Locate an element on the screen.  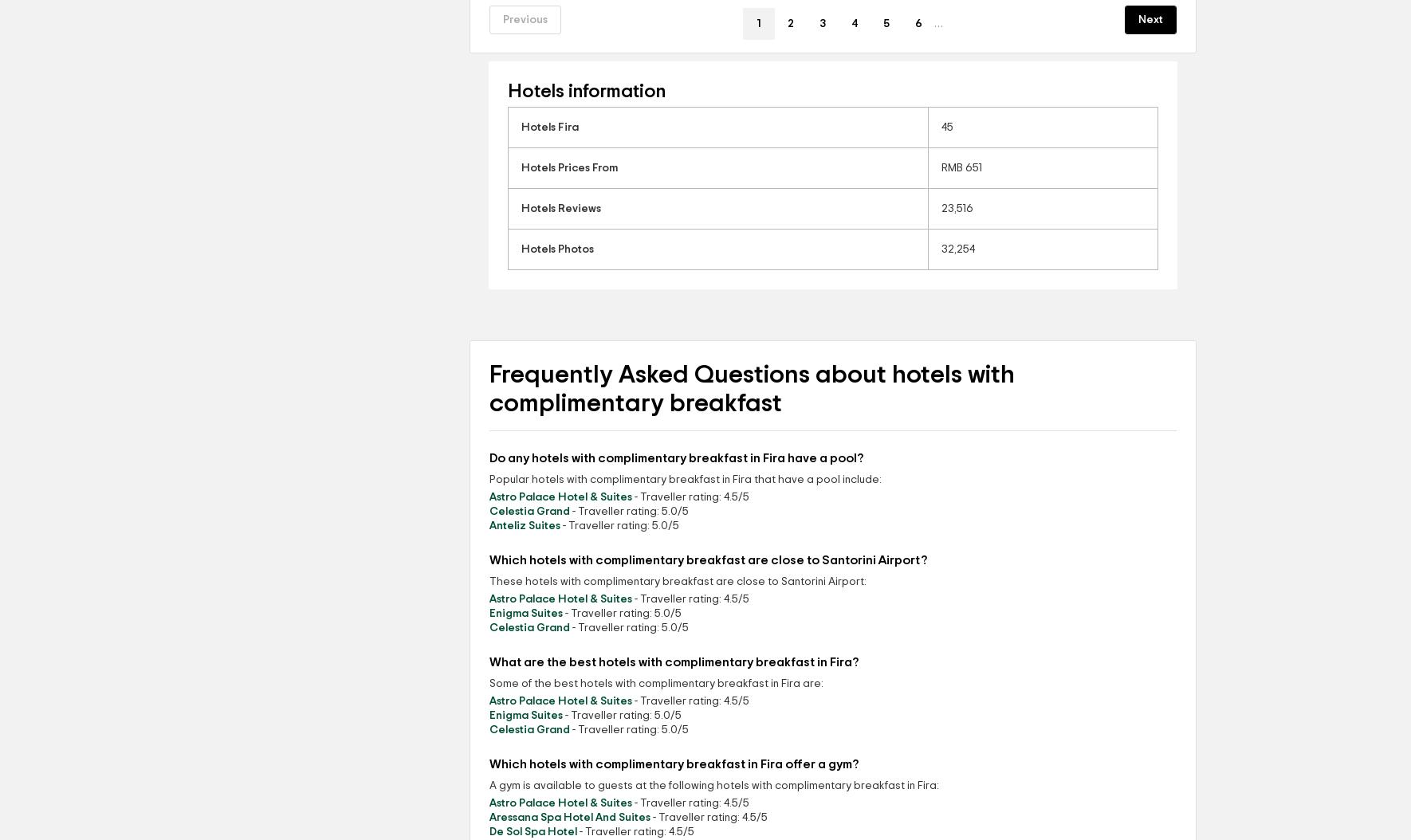
'5' is located at coordinates (886, 24).